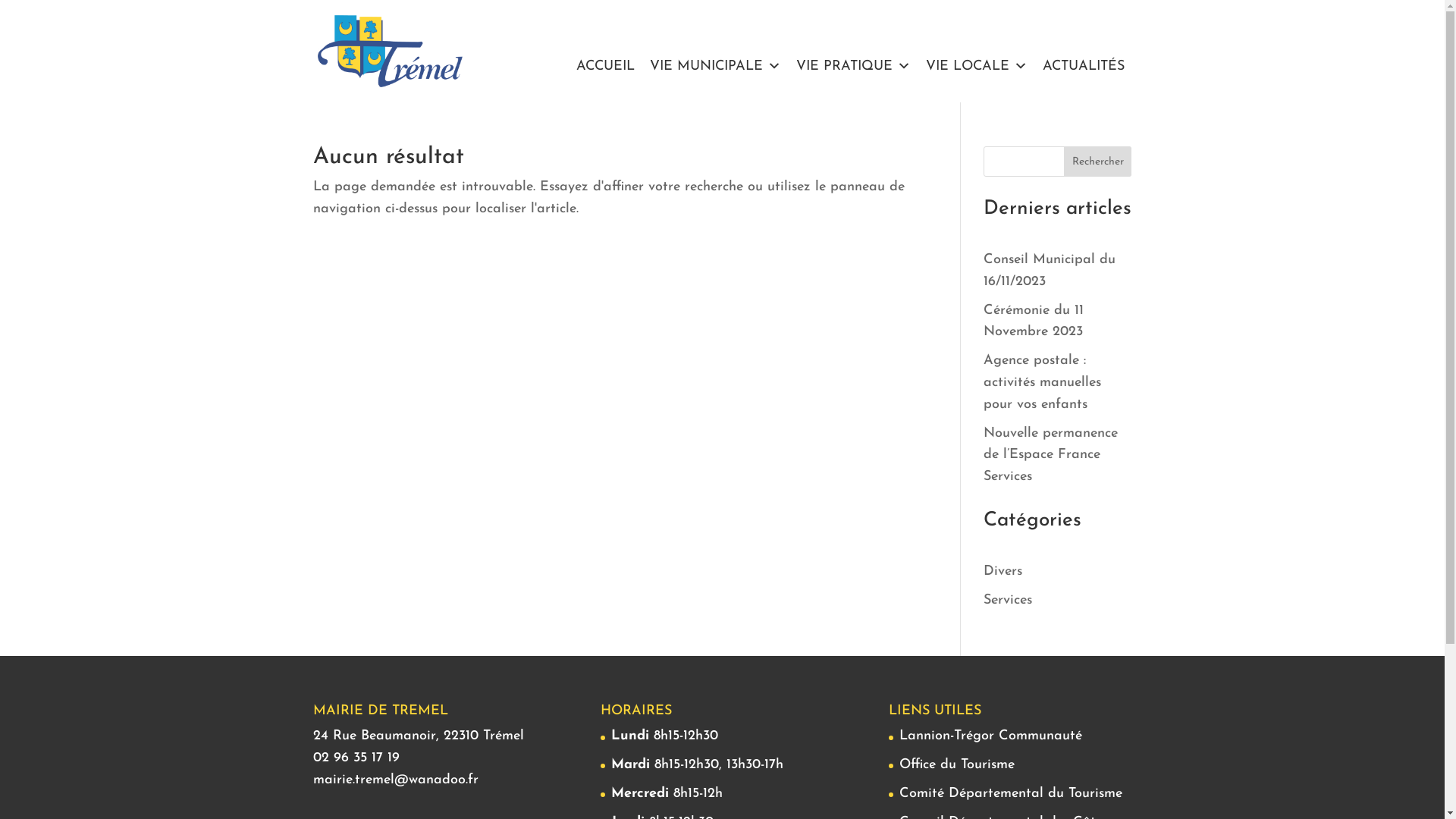 The height and width of the screenshot is (819, 1456). What do you see at coordinates (1048, 270) in the screenshot?
I see `'Conseil Municipal du 16/11/2023'` at bounding box center [1048, 270].